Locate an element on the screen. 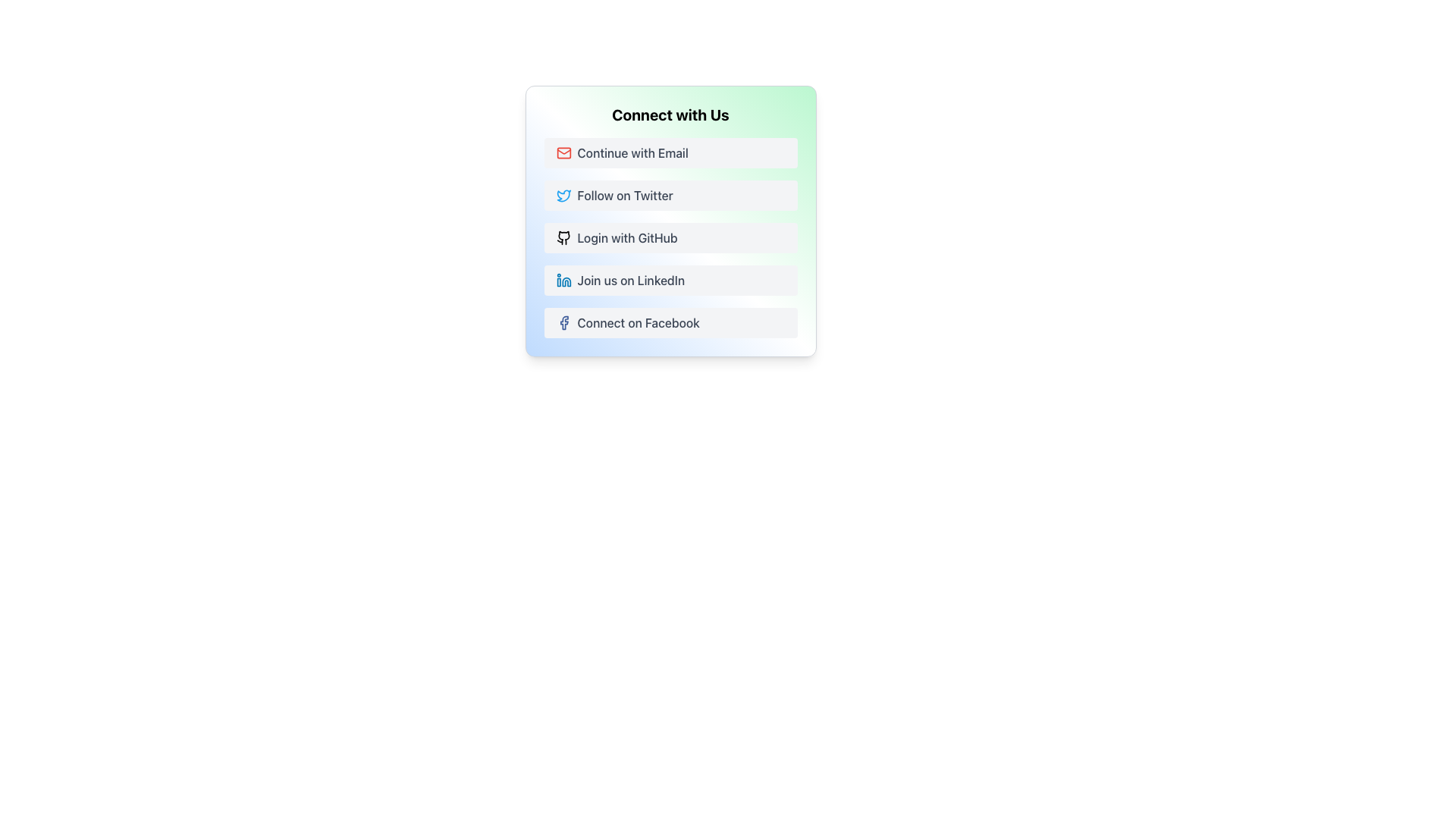  the 'Connect on Facebook' text label, which is a medium, gray font label at the bottom-left of a card, following the 'Join us on LinkedIn' button is located at coordinates (639, 322).